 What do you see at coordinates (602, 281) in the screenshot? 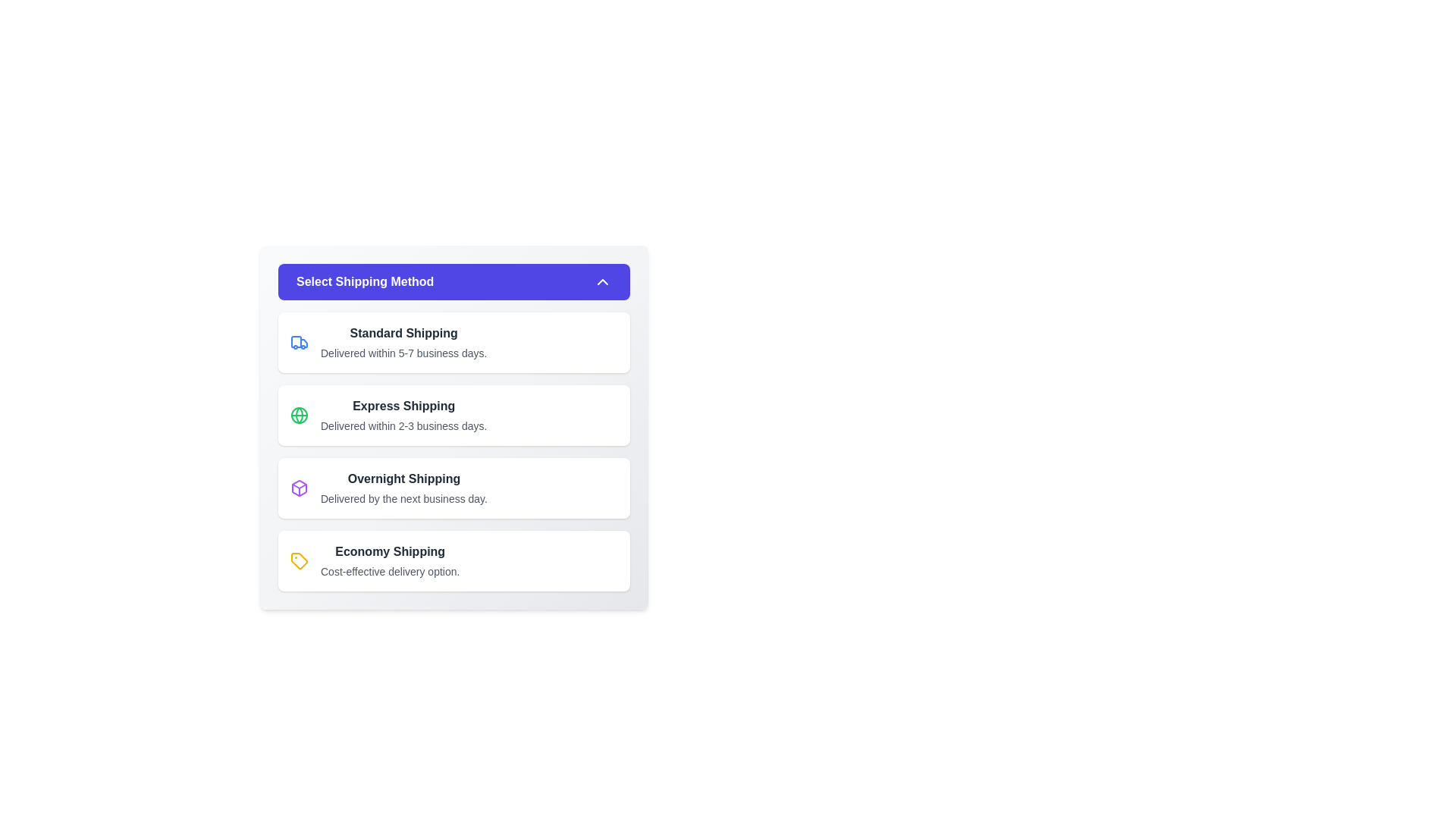
I see `the expandable/collapsible icon located at the top-right corner of the 'Select Shipping Method' blue section to toggle visibility of related components` at bounding box center [602, 281].